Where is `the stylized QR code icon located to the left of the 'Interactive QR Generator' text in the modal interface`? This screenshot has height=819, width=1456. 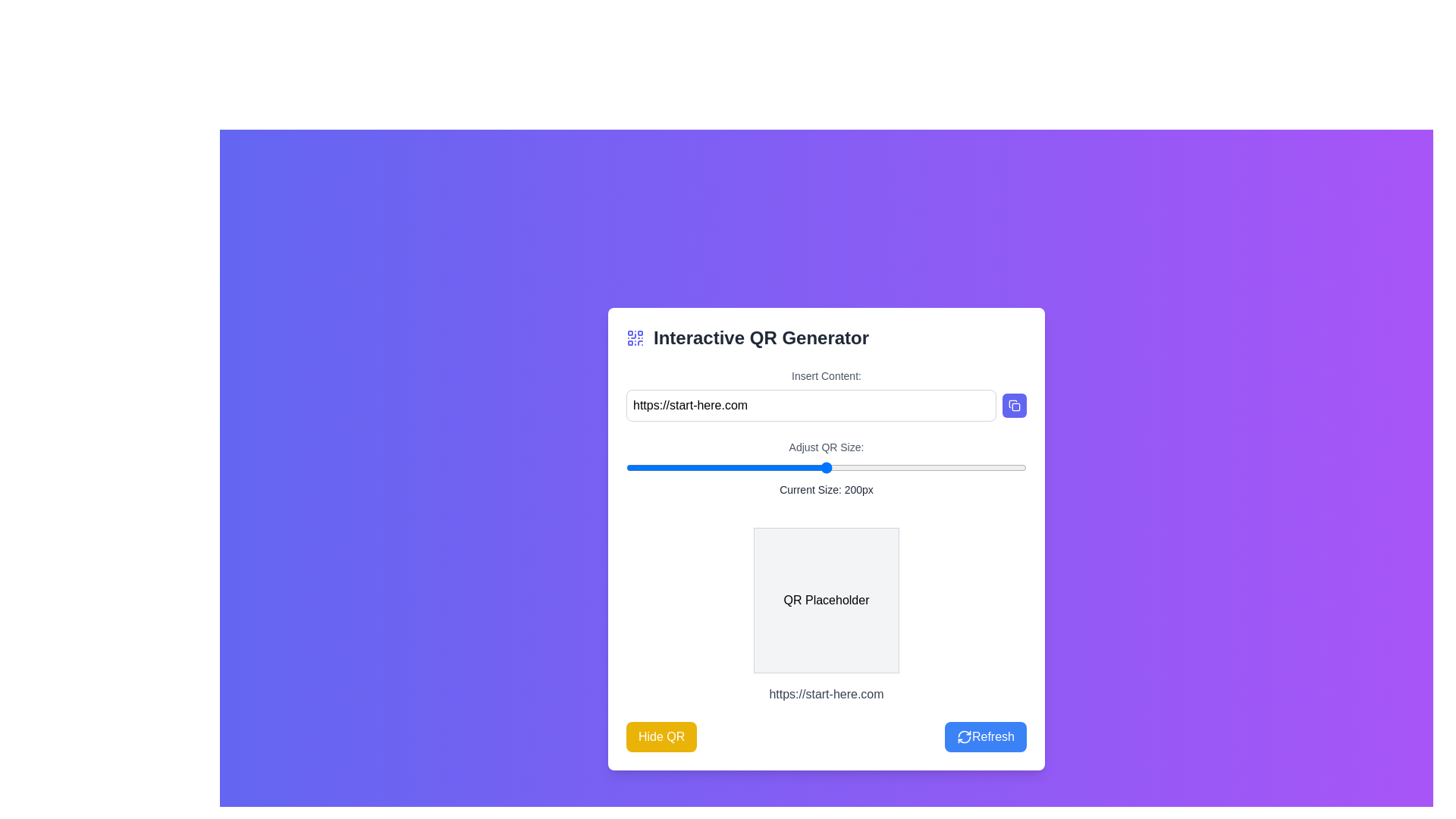
the stylized QR code icon located to the left of the 'Interactive QR Generator' text in the modal interface is located at coordinates (635, 337).